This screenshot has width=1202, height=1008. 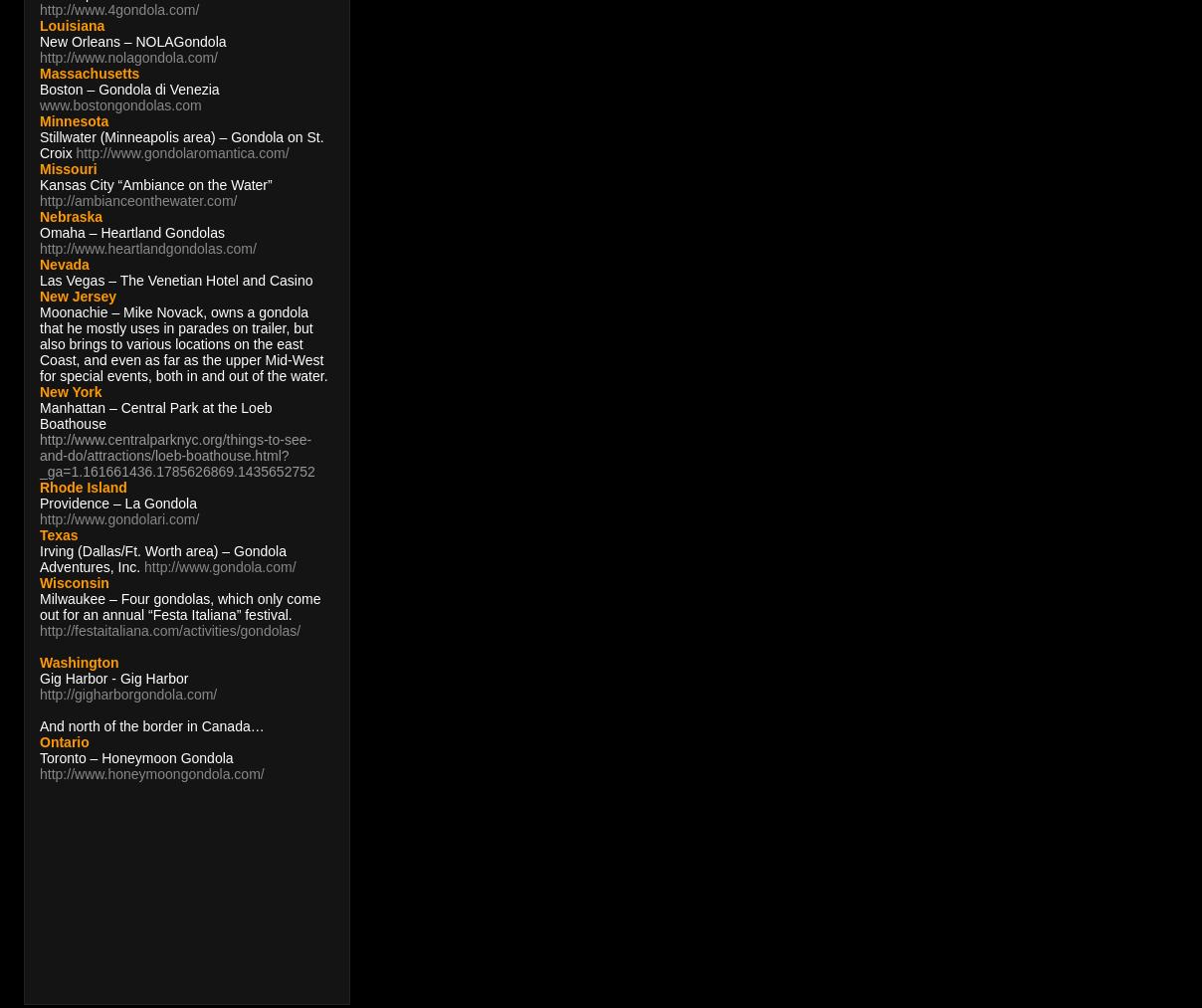 What do you see at coordinates (38, 104) in the screenshot?
I see `'www.bostongondolas.com'` at bounding box center [38, 104].